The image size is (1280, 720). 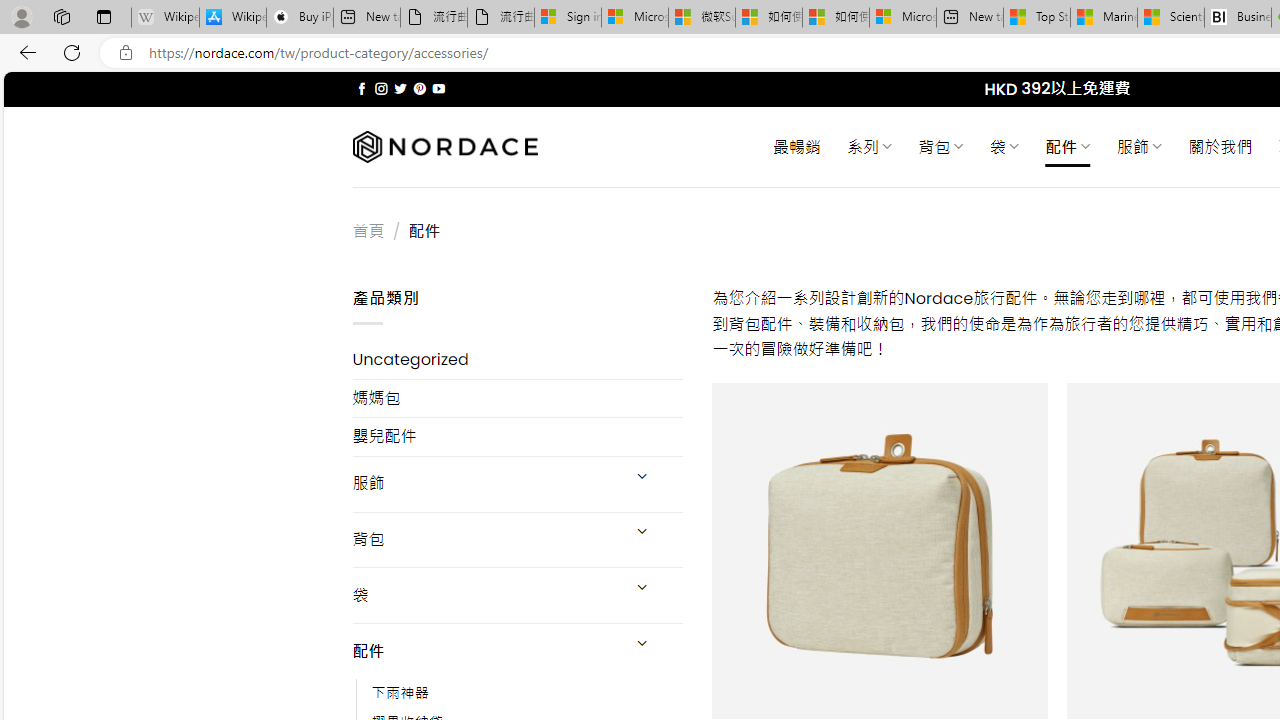 I want to click on 'Follow on YouTube', so click(x=438, y=88).